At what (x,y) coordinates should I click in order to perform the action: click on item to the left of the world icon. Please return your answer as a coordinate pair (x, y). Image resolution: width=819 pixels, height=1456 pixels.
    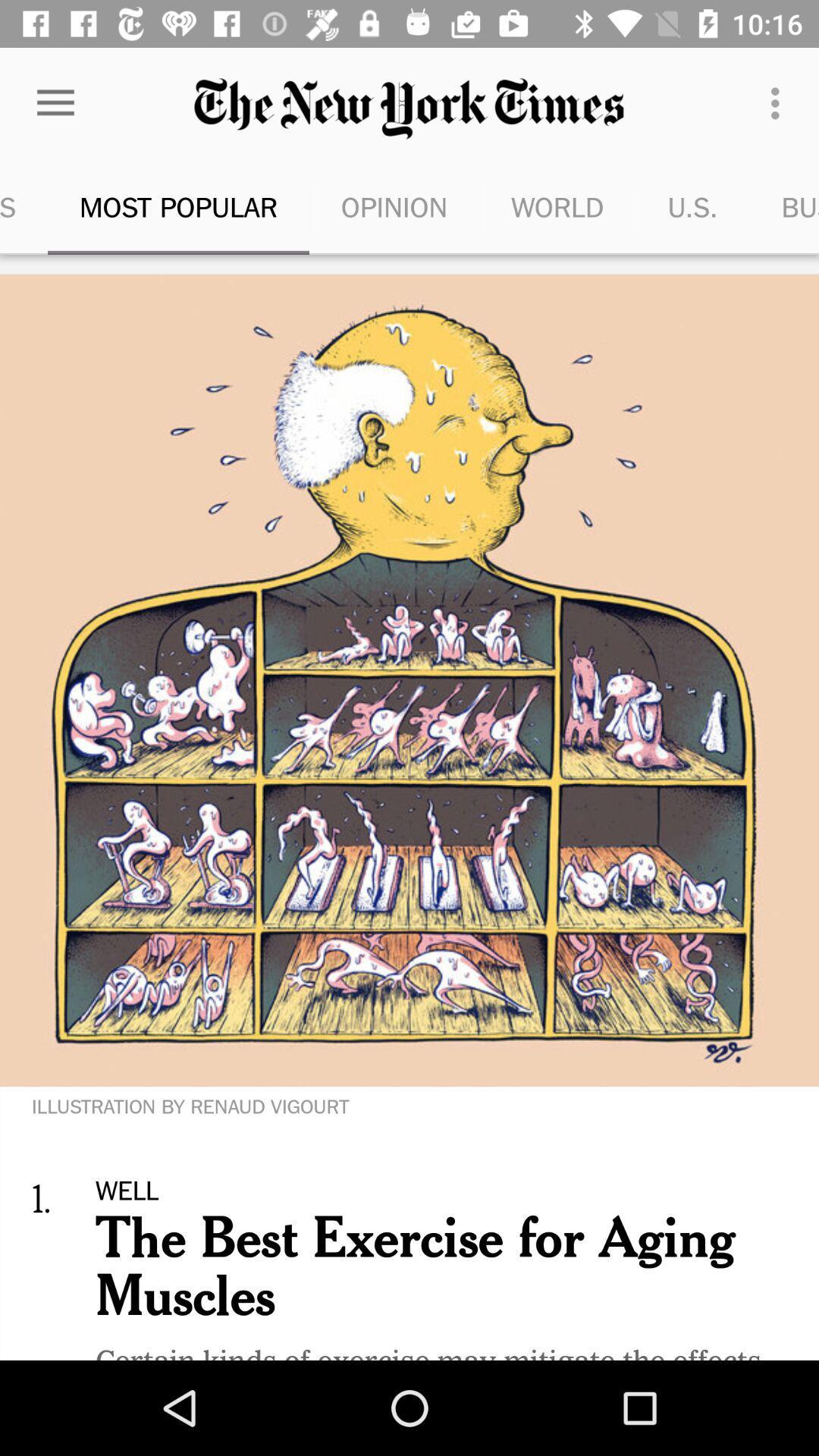
    Looking at the image, I should click on (394, 206).